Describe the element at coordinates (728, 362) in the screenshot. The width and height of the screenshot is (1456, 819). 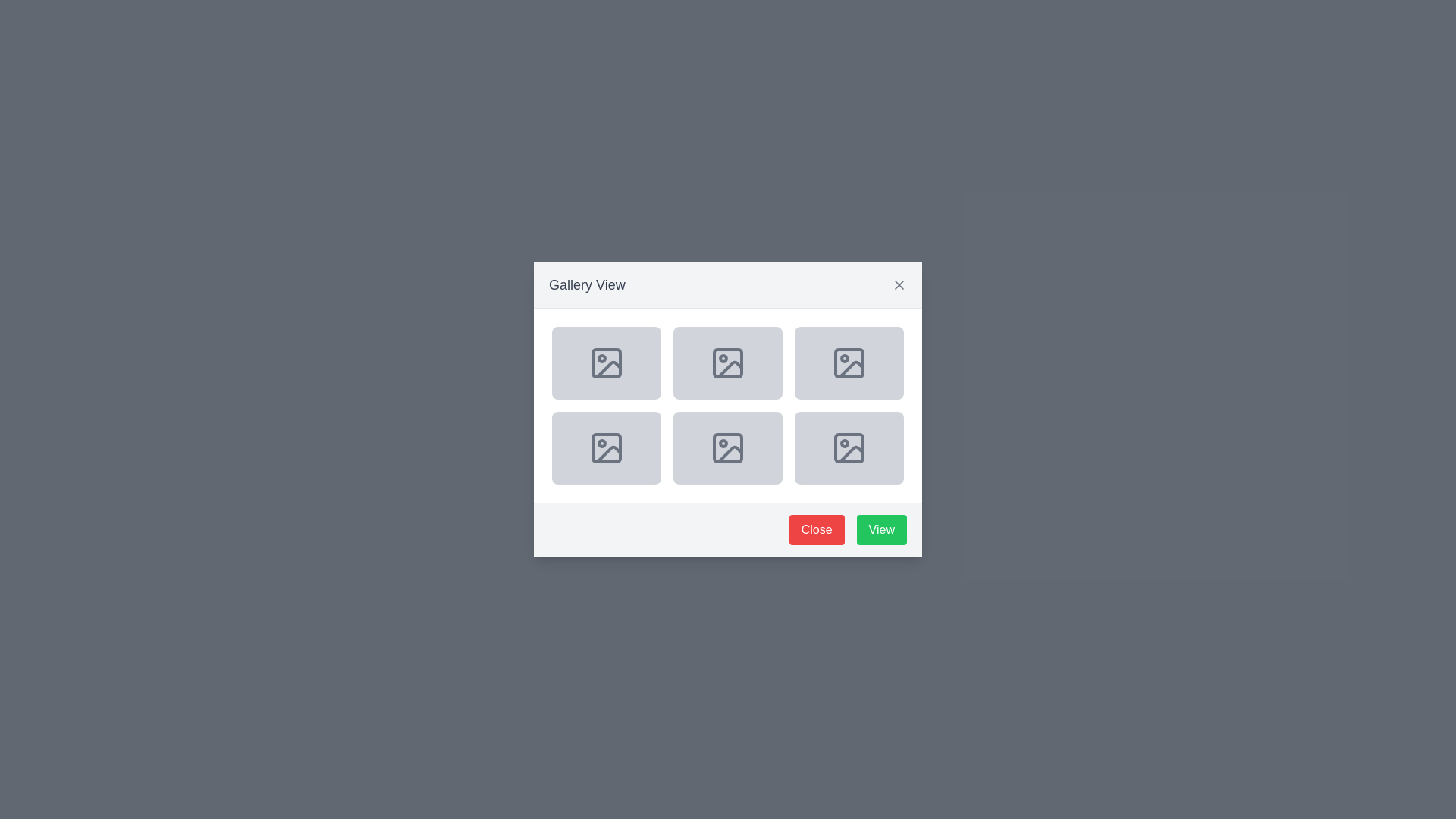
I see `the image placeholder icon located in the second row, second column of the grid layout within the 'Gallery View' modal dialog` at that location.